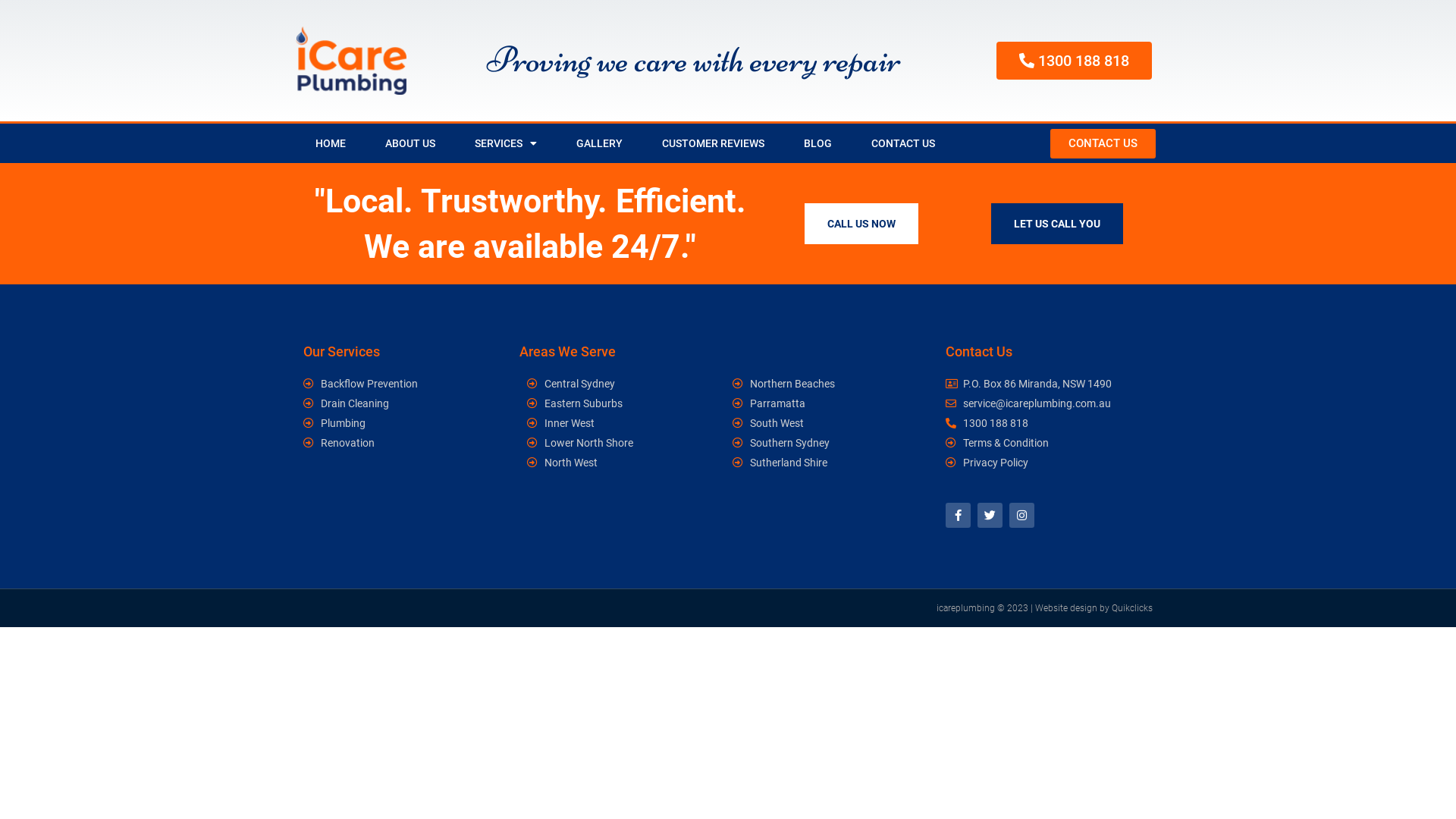 This screenshot has height=819, width=1456. What do you see at coordinates (527, 442) in the screenshot?
I see `'Lower North Shore'` at bounding box center [527, 442].